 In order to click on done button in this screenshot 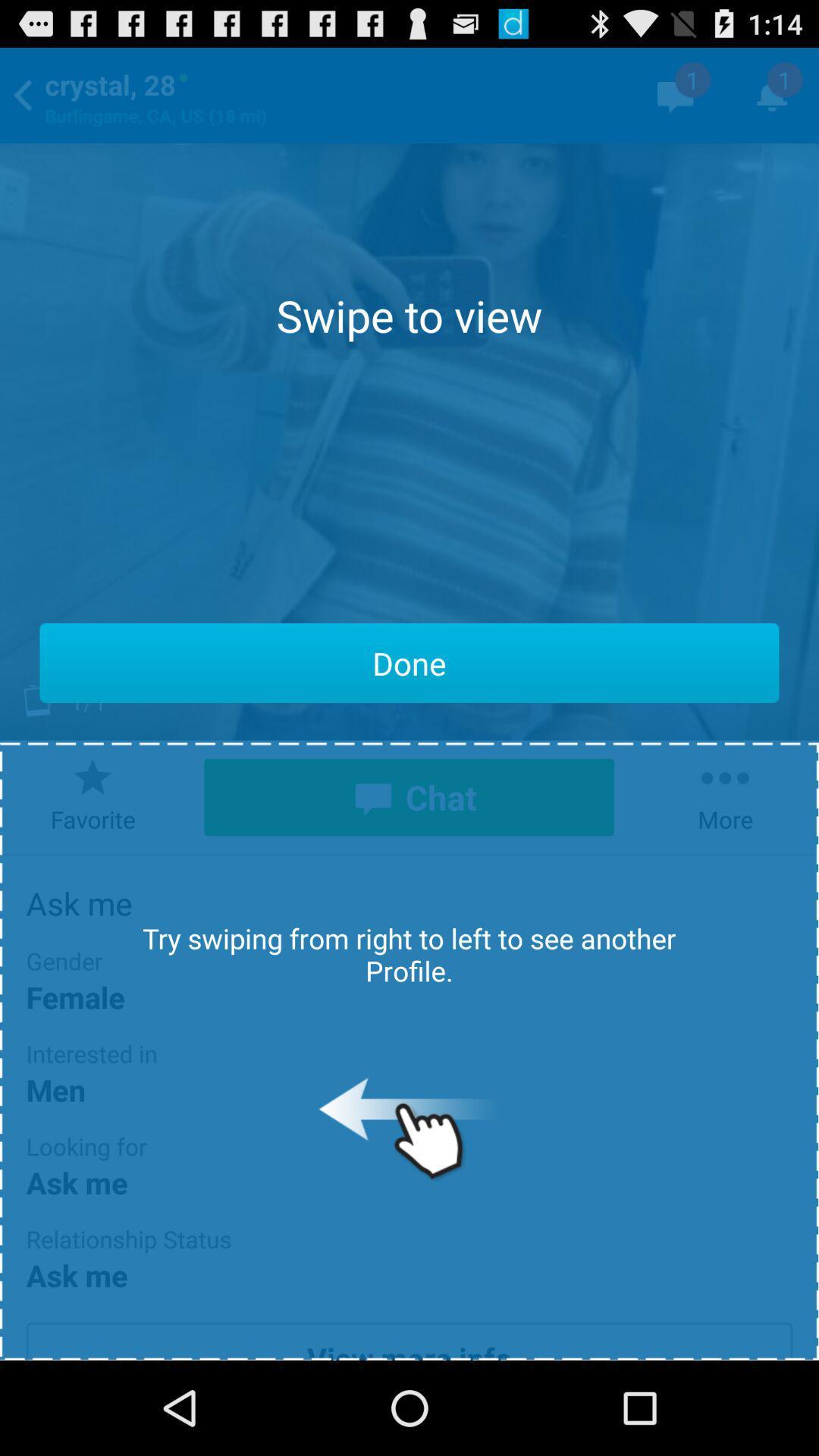, I will do `click(409, 663)`.